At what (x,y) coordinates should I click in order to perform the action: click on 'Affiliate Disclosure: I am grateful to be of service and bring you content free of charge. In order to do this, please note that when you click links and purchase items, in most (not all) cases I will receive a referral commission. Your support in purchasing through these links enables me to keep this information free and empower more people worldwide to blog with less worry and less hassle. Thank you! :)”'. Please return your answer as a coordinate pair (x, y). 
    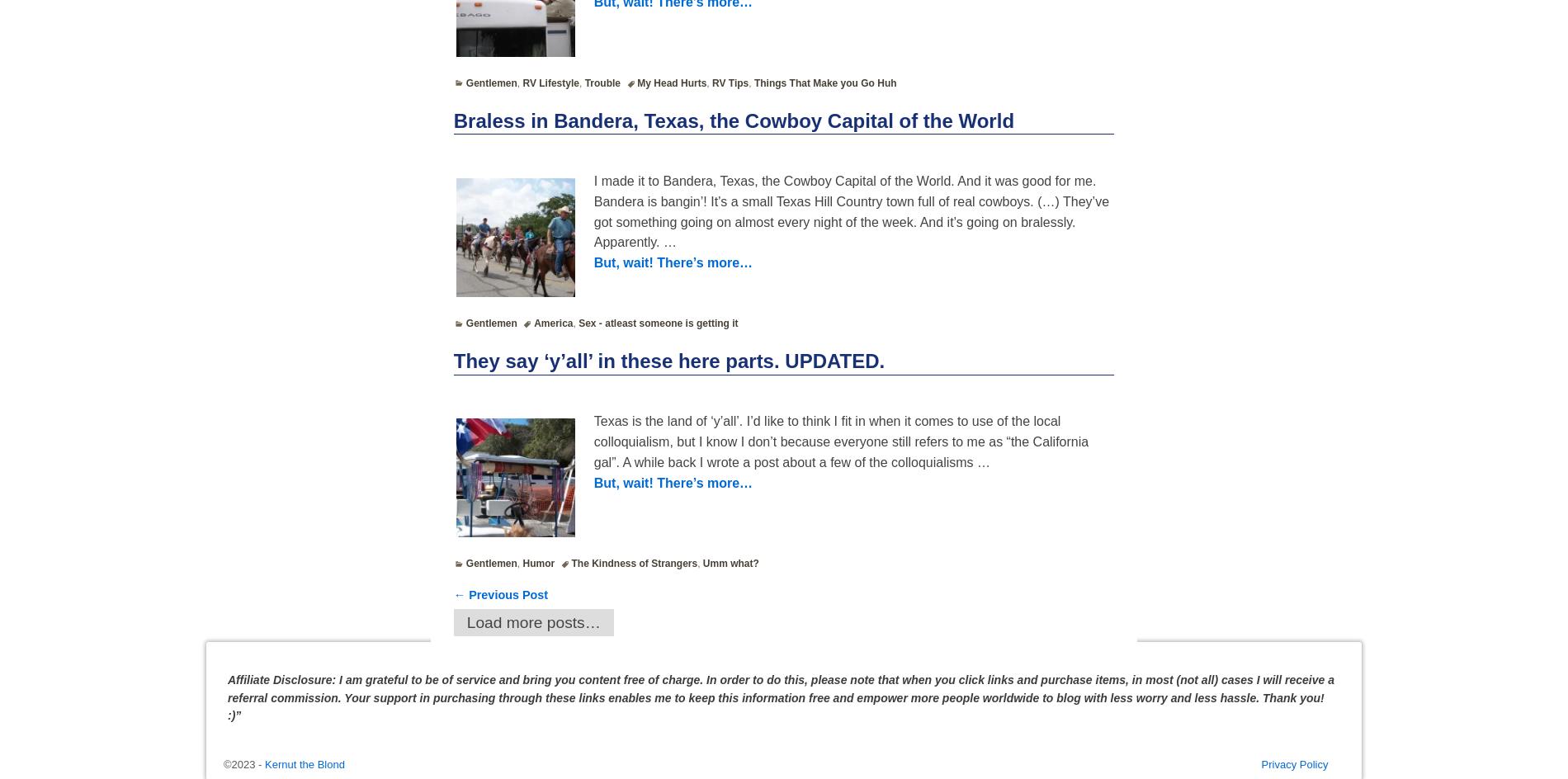
    Looking at the image, I should click on (780, 696).